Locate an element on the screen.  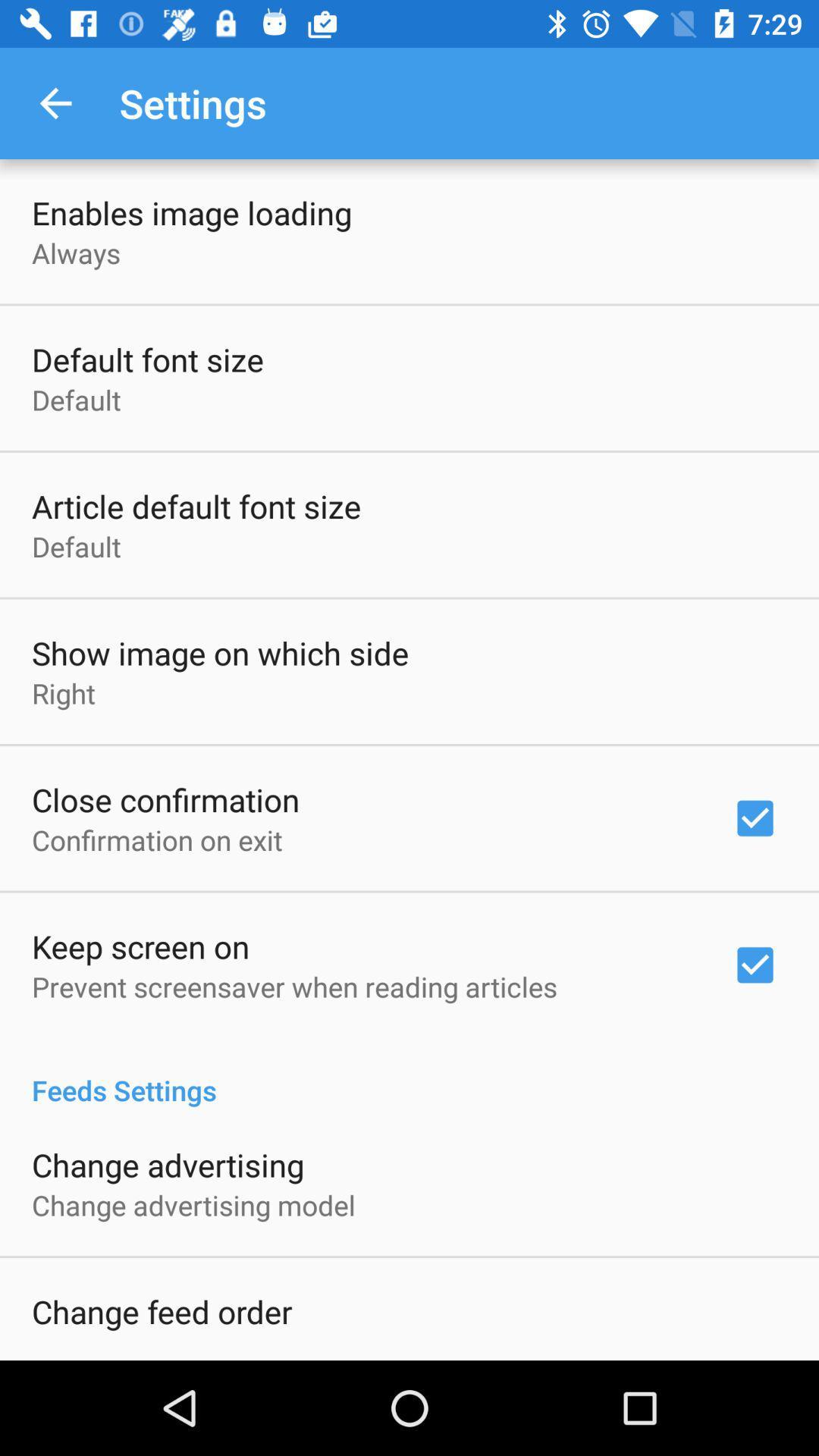
icon below the enables image loading icon is located at coordinates (76, 253).